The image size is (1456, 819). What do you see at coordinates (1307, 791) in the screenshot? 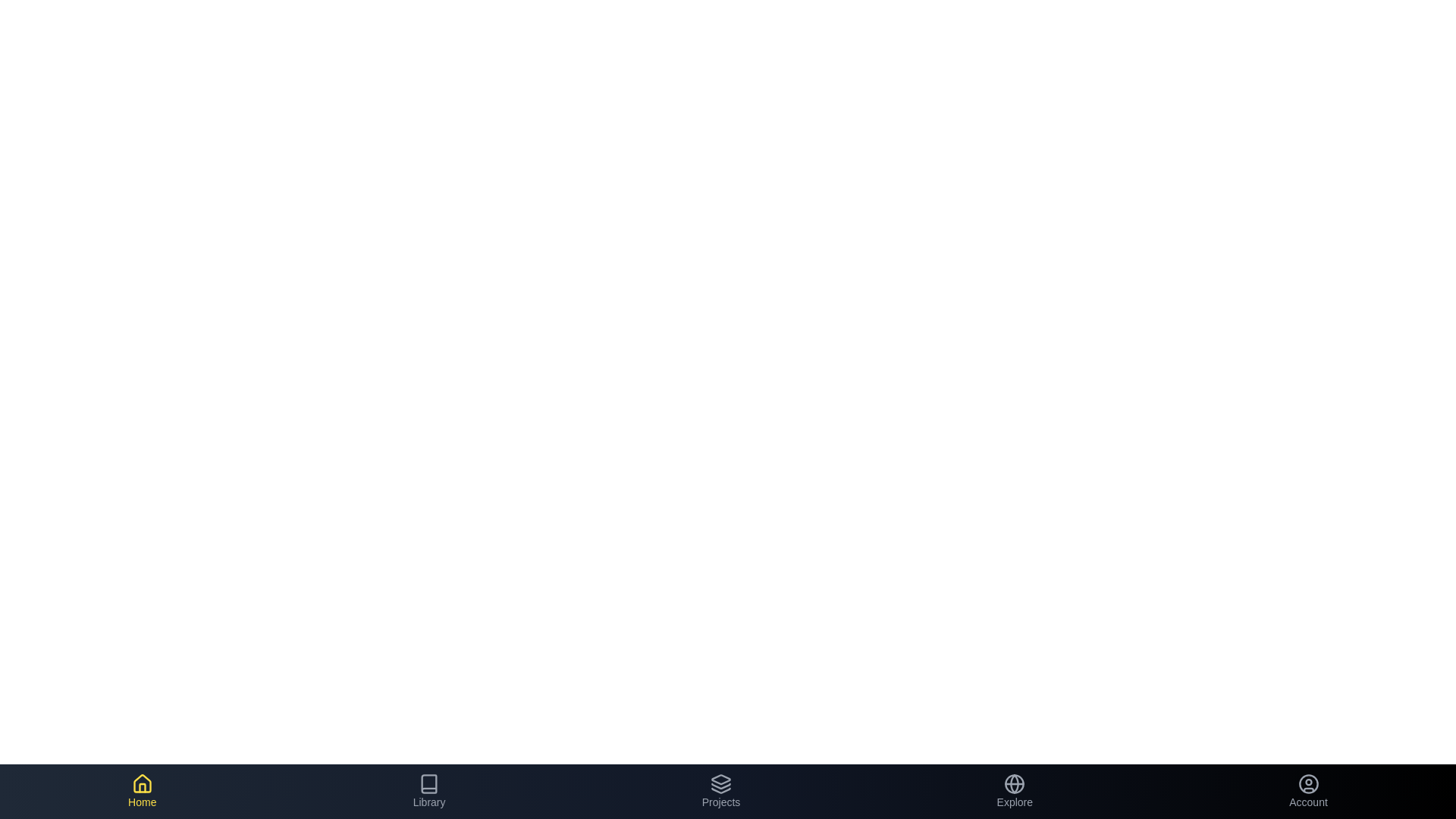
I see `the Account tab to see the hover effect` at bounding box center [1307, 791].